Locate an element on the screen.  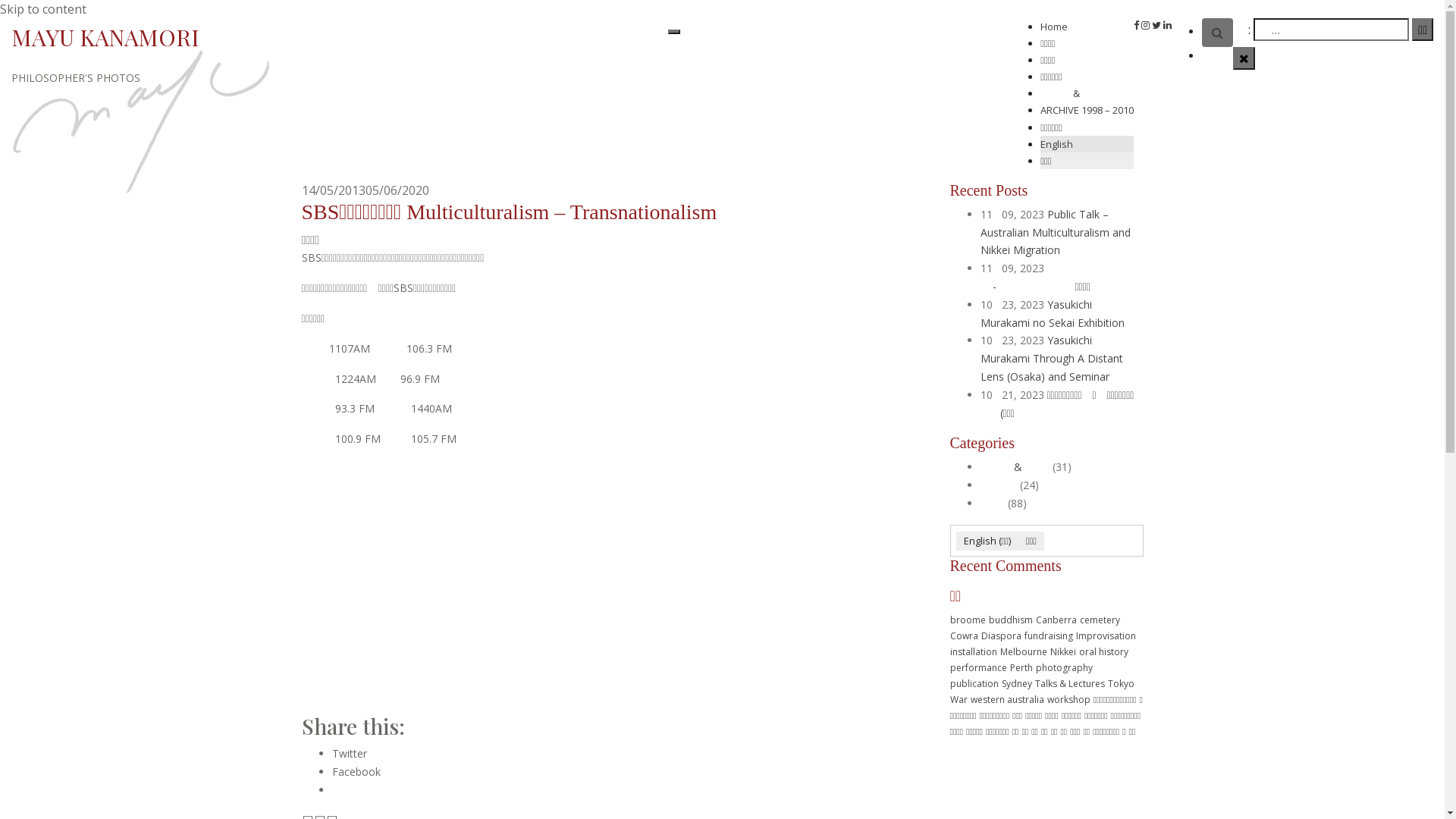
'Sydney' is located at coordinates (1001, 683).